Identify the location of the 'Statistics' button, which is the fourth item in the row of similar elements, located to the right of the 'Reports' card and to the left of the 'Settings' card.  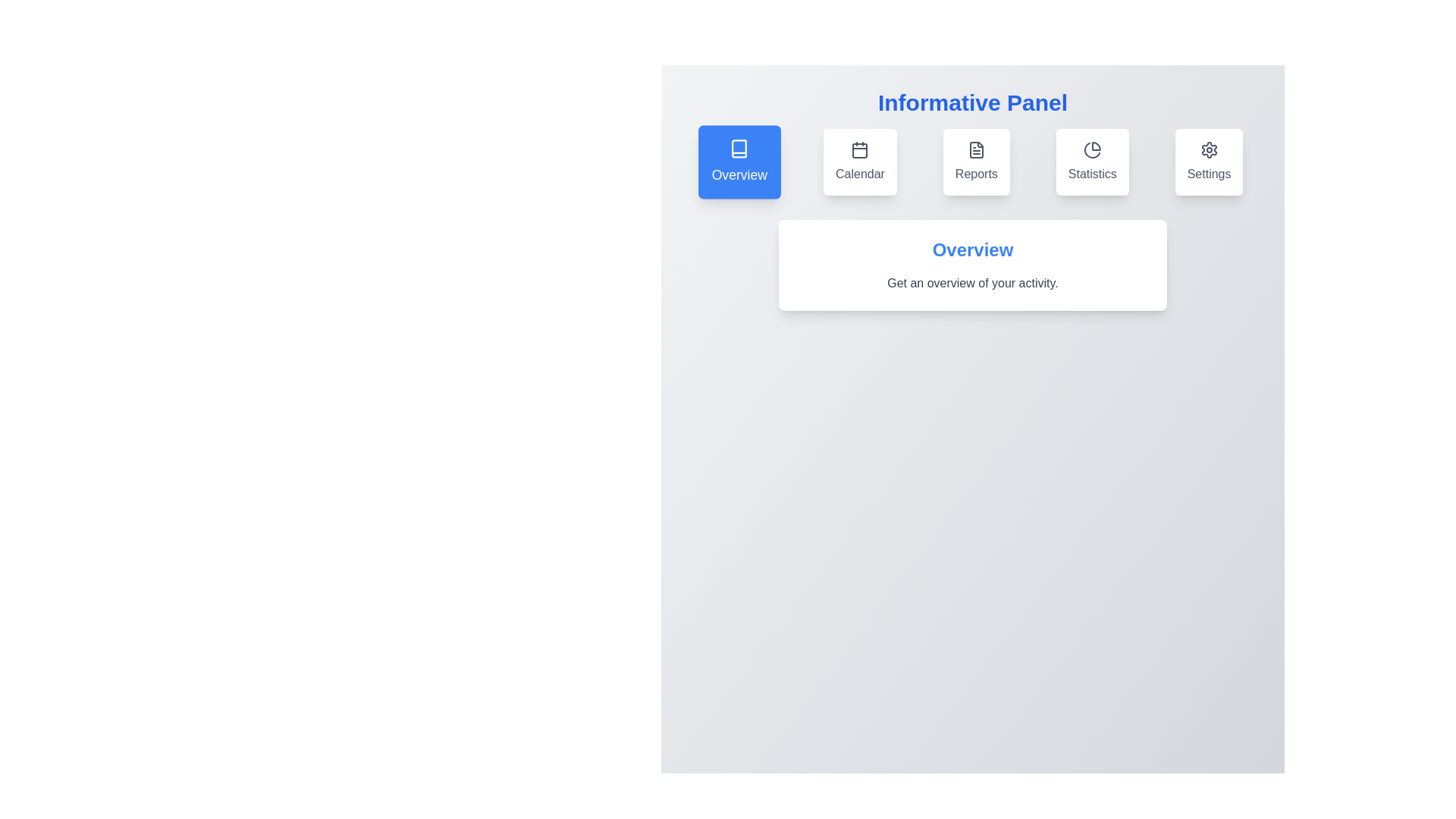
(1092, 162).